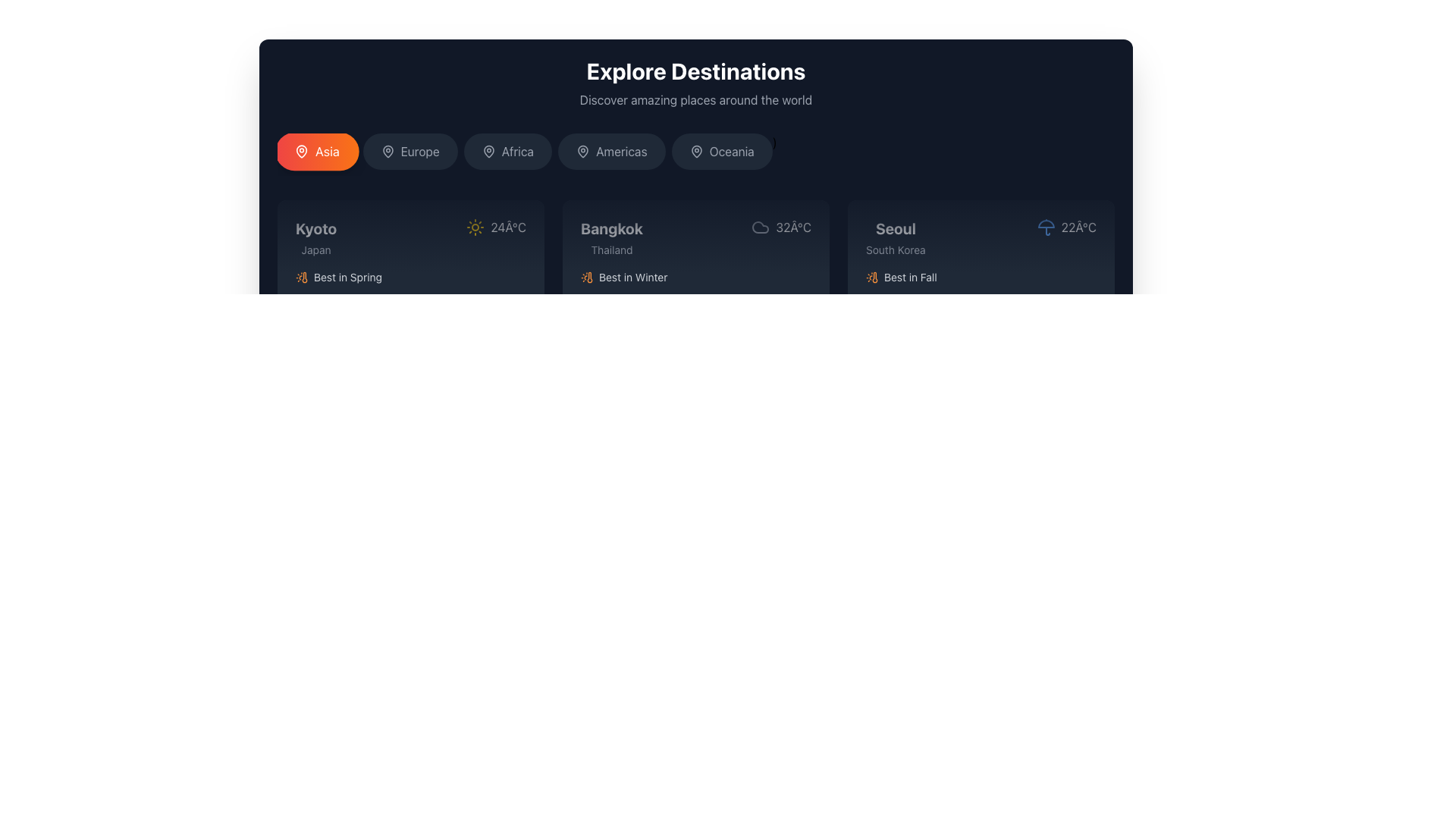  I want to click on the navigation menu, so click(695, 155).